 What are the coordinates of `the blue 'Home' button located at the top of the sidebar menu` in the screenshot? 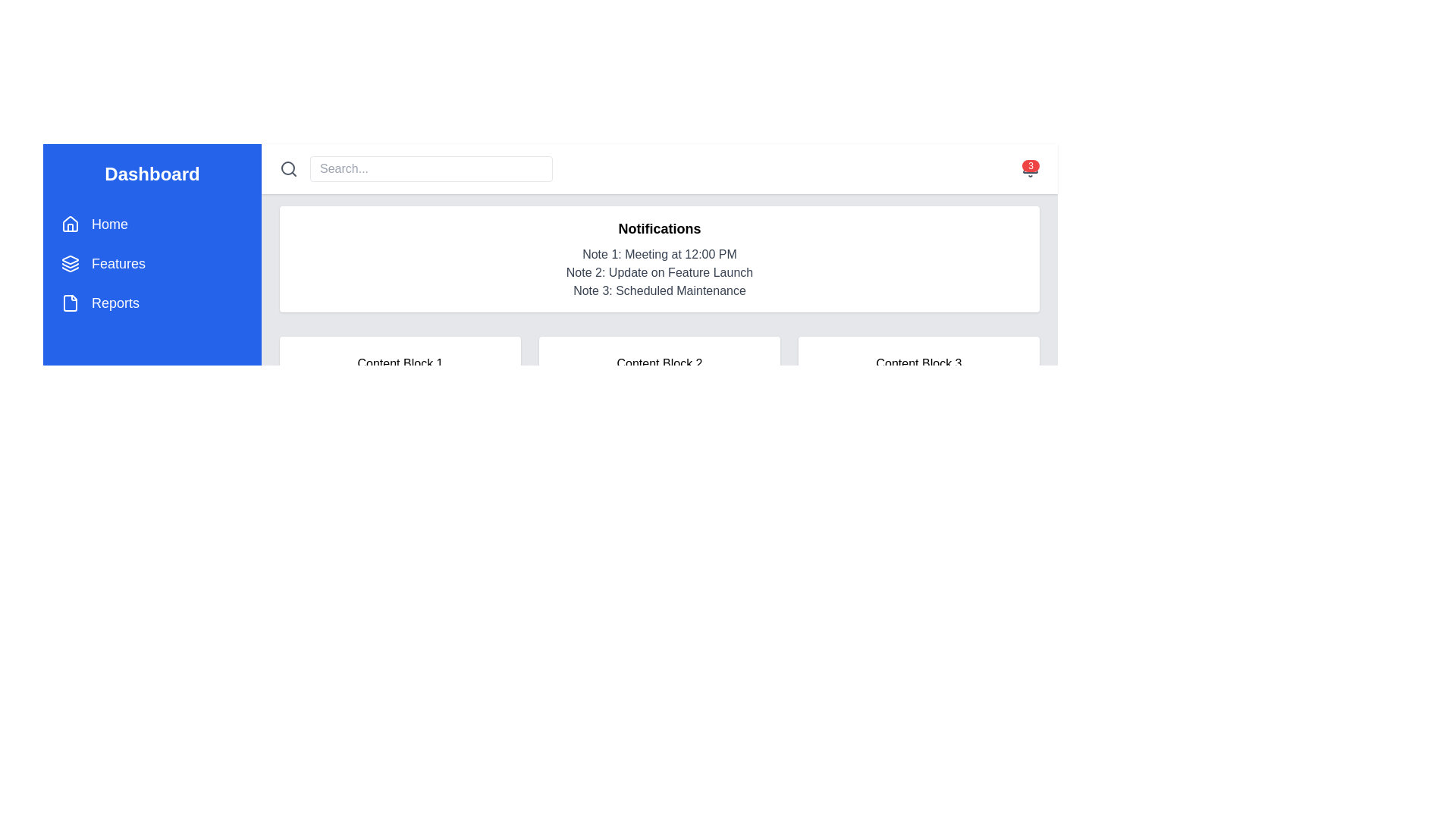 It's located at (152, 224).